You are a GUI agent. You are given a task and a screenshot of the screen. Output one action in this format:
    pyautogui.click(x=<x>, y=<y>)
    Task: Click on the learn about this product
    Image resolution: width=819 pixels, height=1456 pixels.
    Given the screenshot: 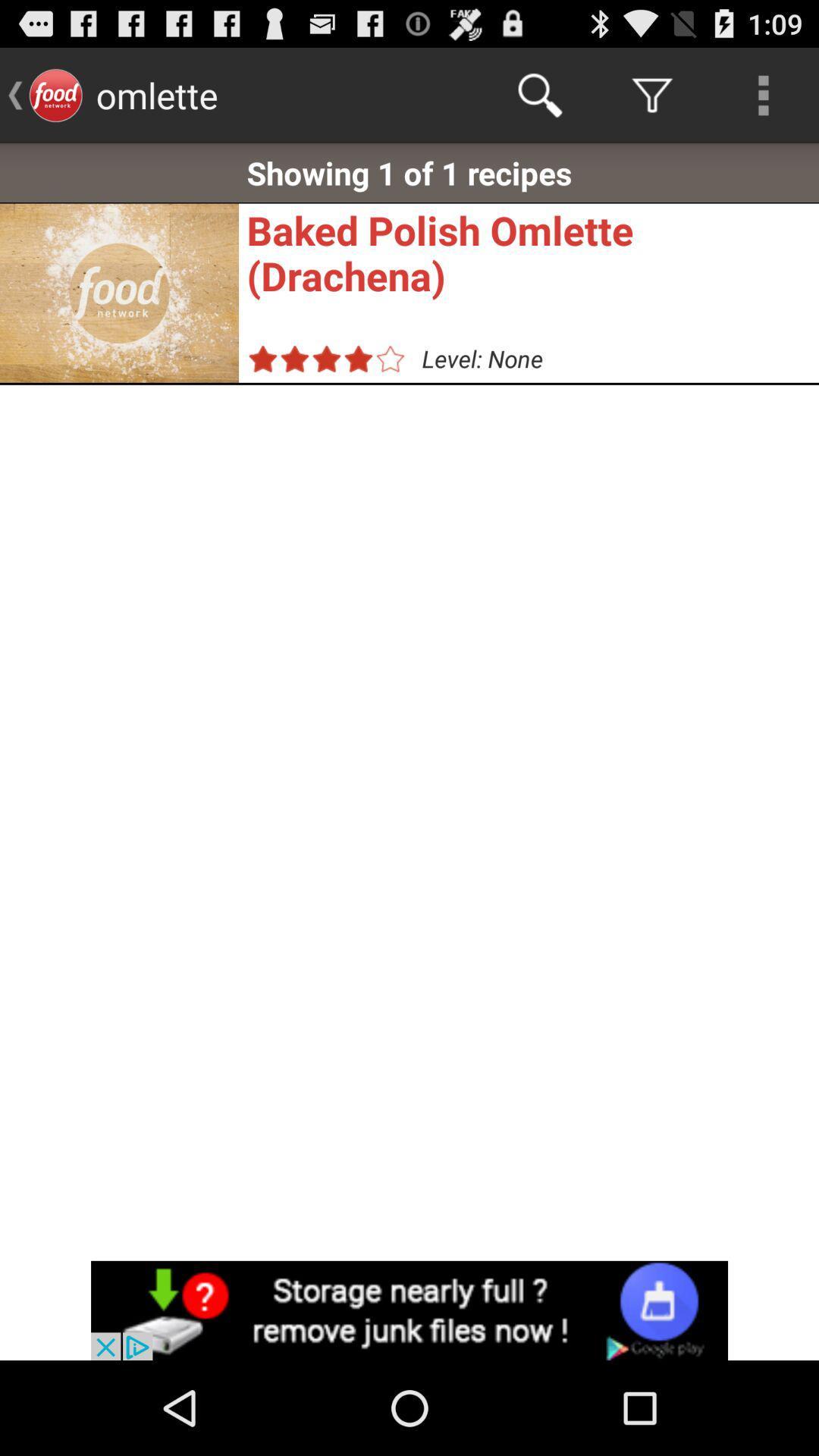 What is the action you would take?
    pyautogui.click(x=409, y=1310)
    